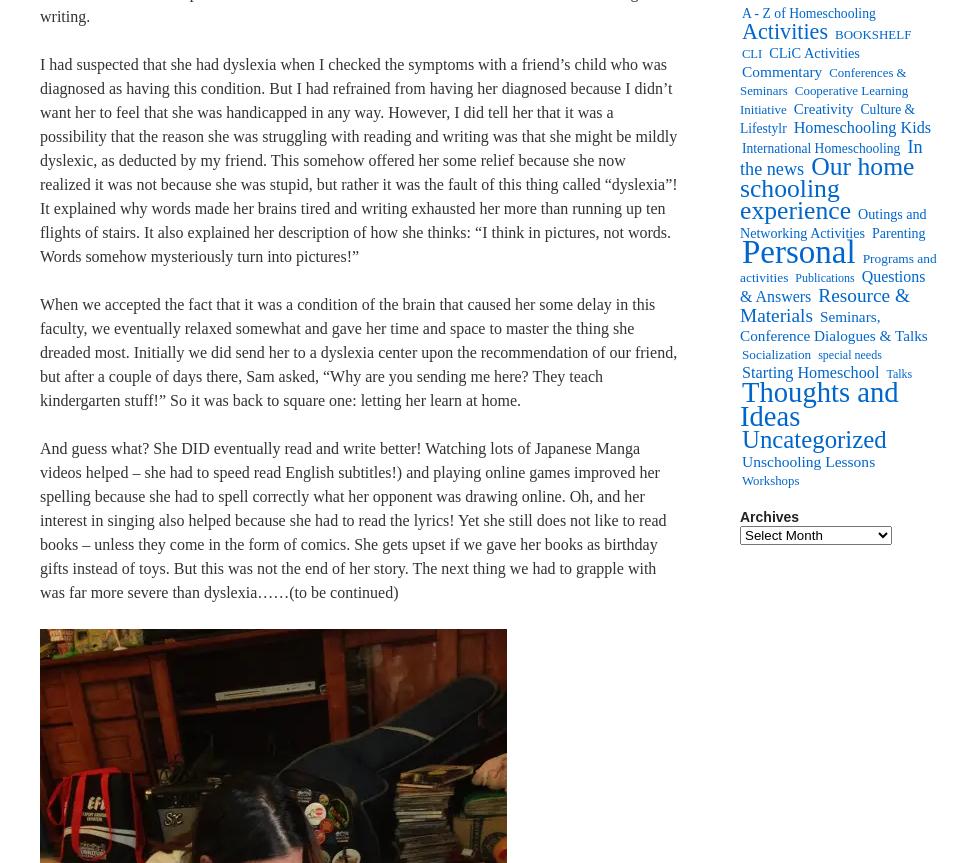 Image resolution: width=980 pixels, height=863 pixels. I want to click on 'Conferences & Seminars', so click(739, 81).